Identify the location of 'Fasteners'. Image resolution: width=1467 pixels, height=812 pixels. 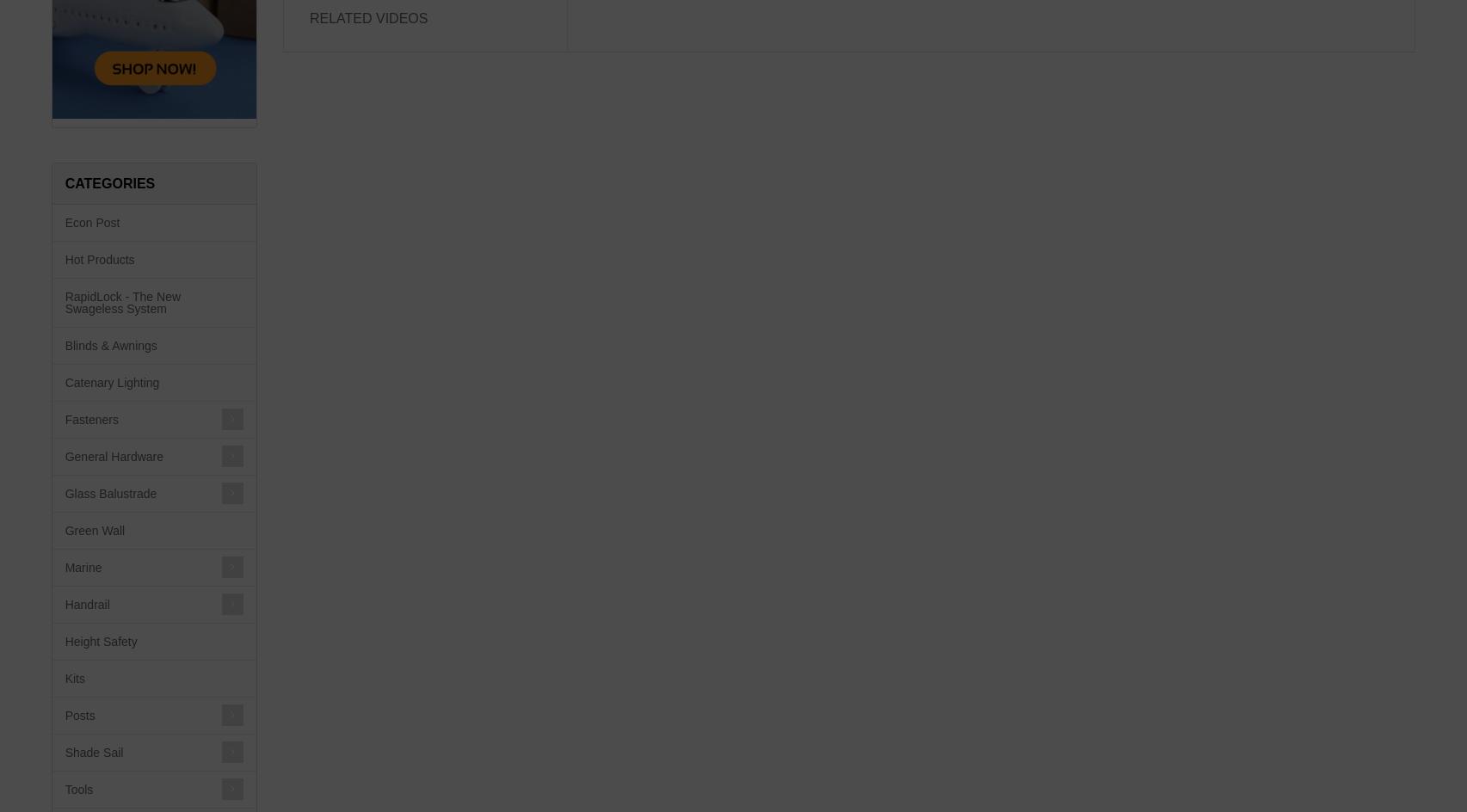
(91, 419).